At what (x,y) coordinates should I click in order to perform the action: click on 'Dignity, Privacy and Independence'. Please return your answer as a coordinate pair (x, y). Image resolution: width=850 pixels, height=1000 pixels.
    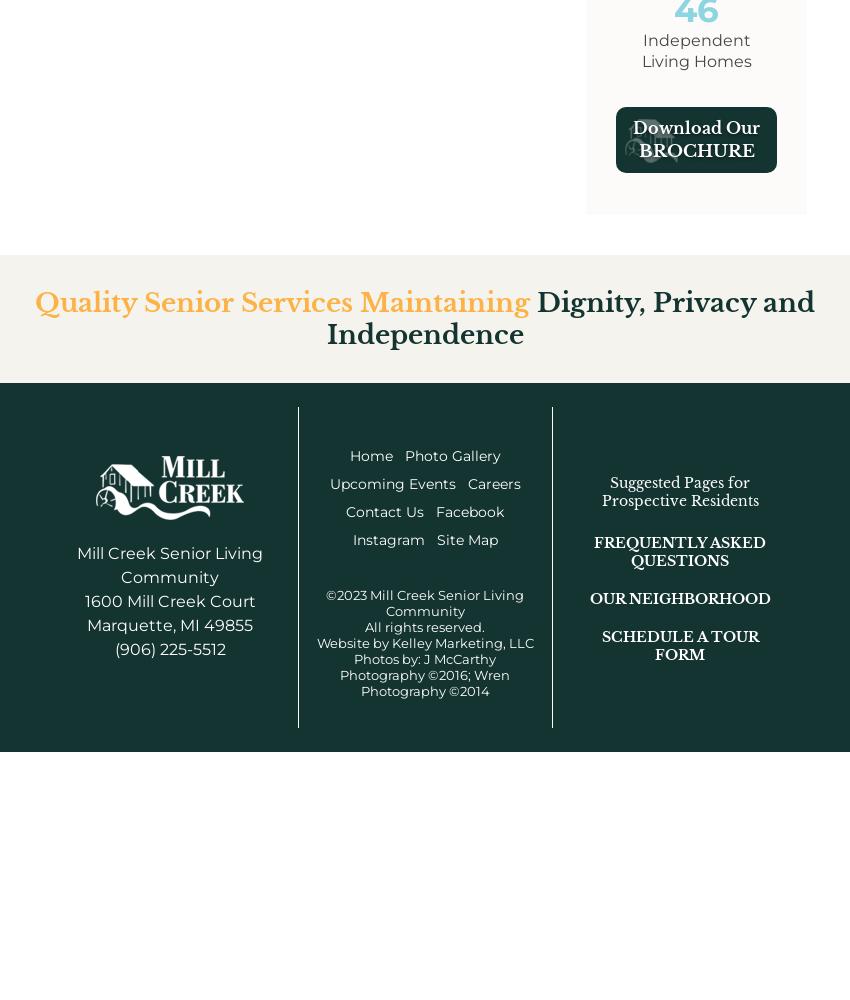
    Looking at the image, I should click on (570, 317).